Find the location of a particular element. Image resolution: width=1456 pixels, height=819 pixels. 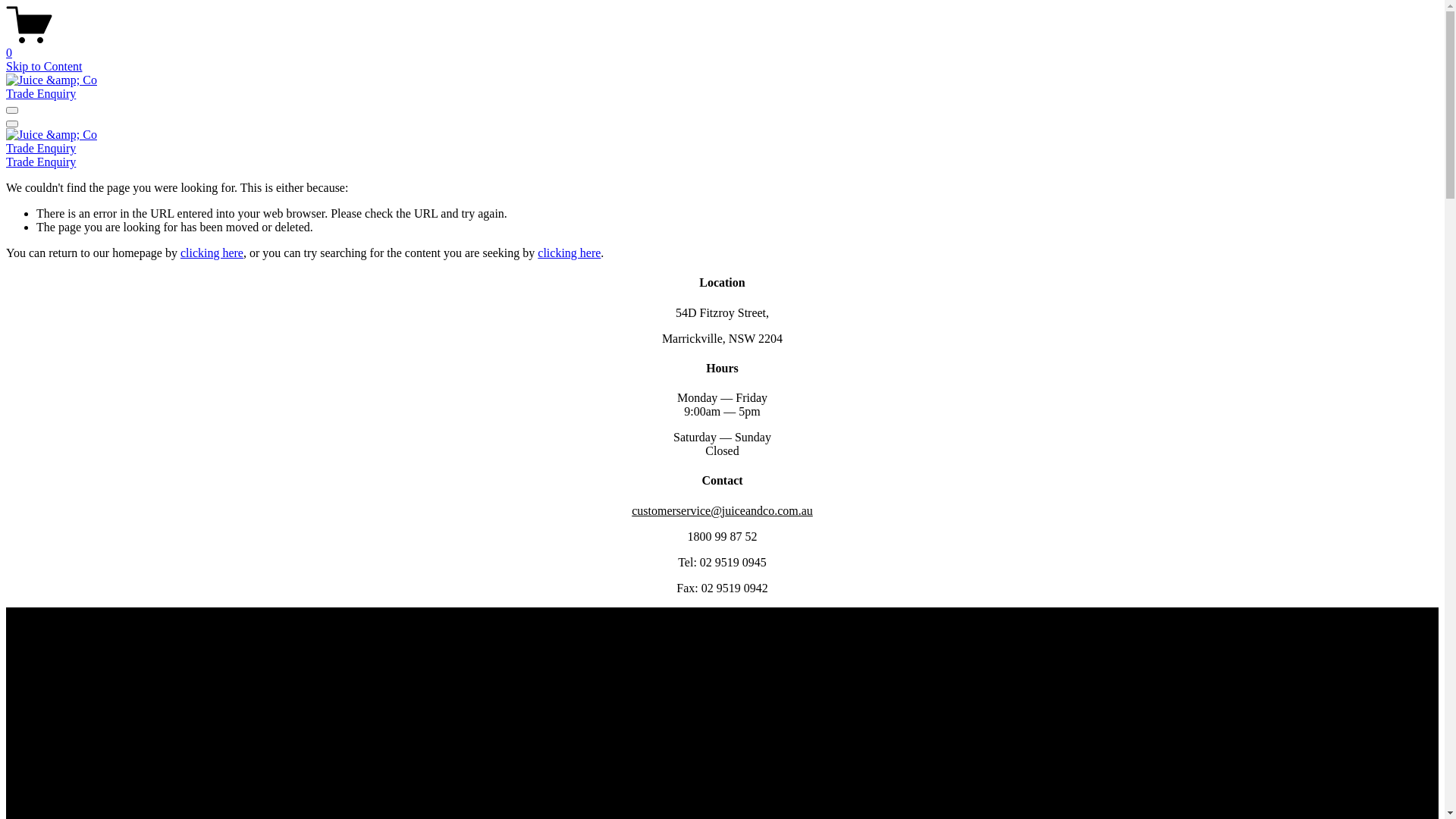

'Trade Enquiry' is located at coordinates (40, 93).